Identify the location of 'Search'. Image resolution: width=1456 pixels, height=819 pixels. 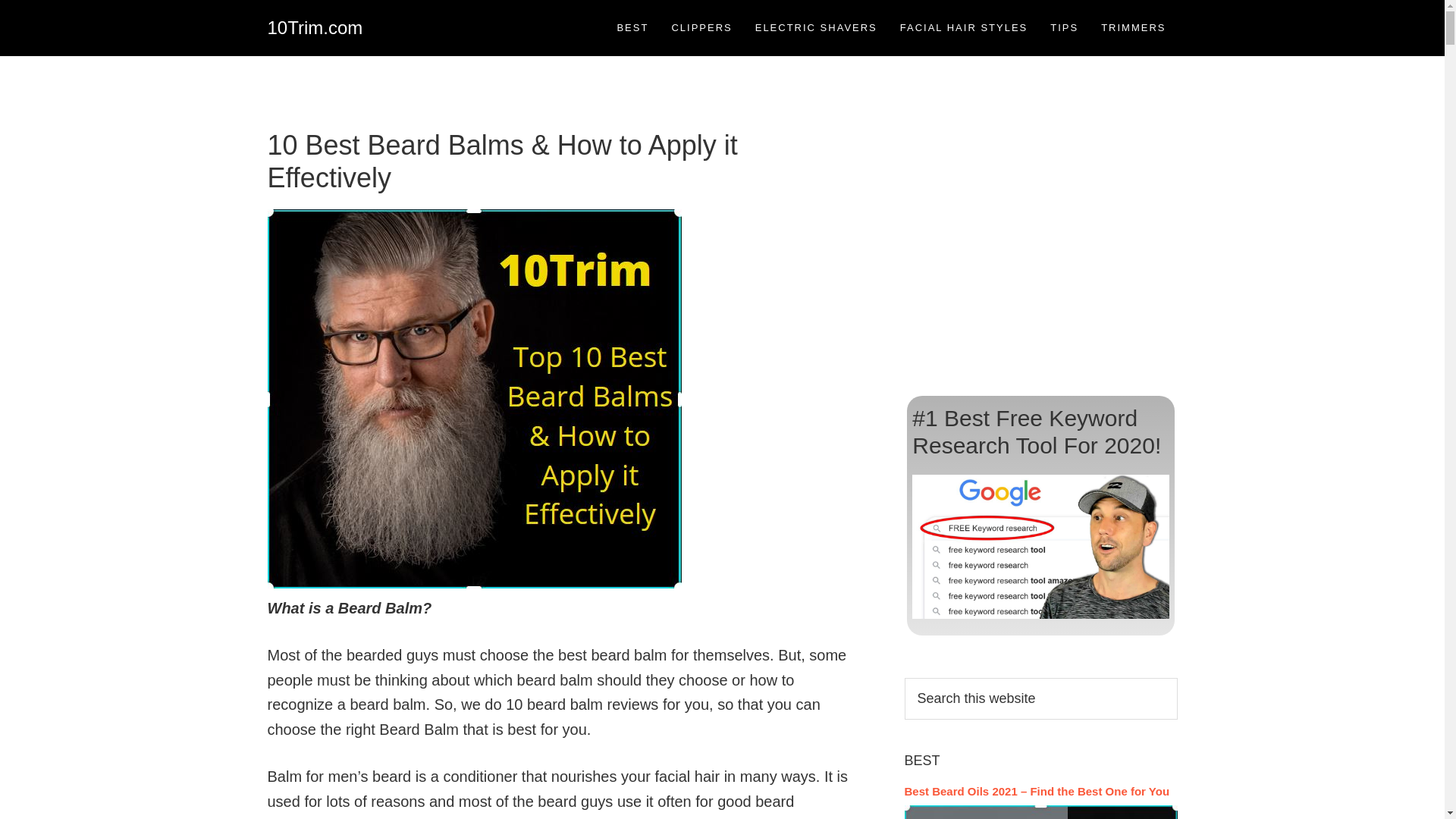
(1176, 676).